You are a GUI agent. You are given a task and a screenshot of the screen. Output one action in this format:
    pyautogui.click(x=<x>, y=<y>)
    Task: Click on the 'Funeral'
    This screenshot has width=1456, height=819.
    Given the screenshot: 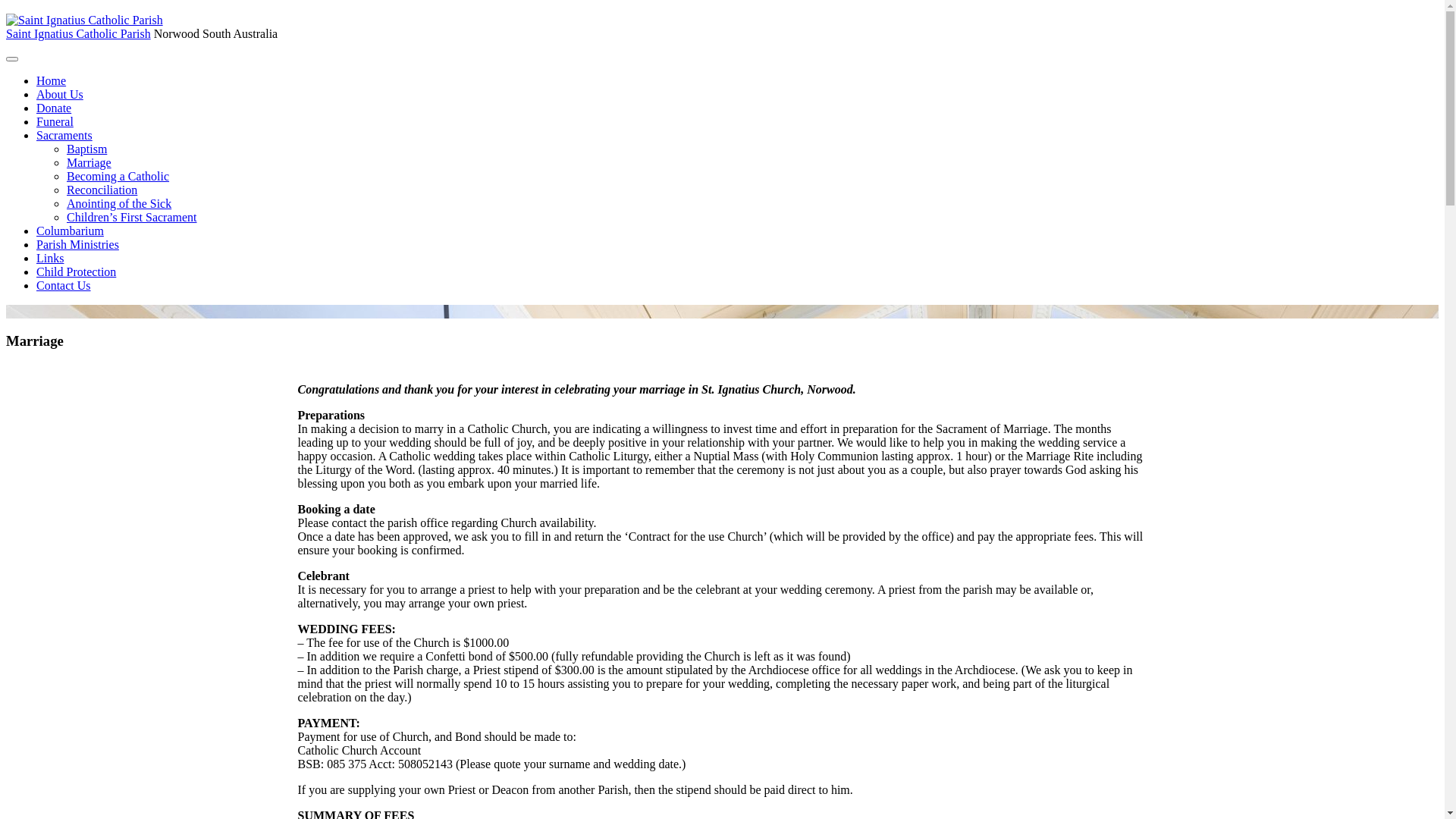 What is the action you would take?
    pyautogui.click(x=55, y=121)
    